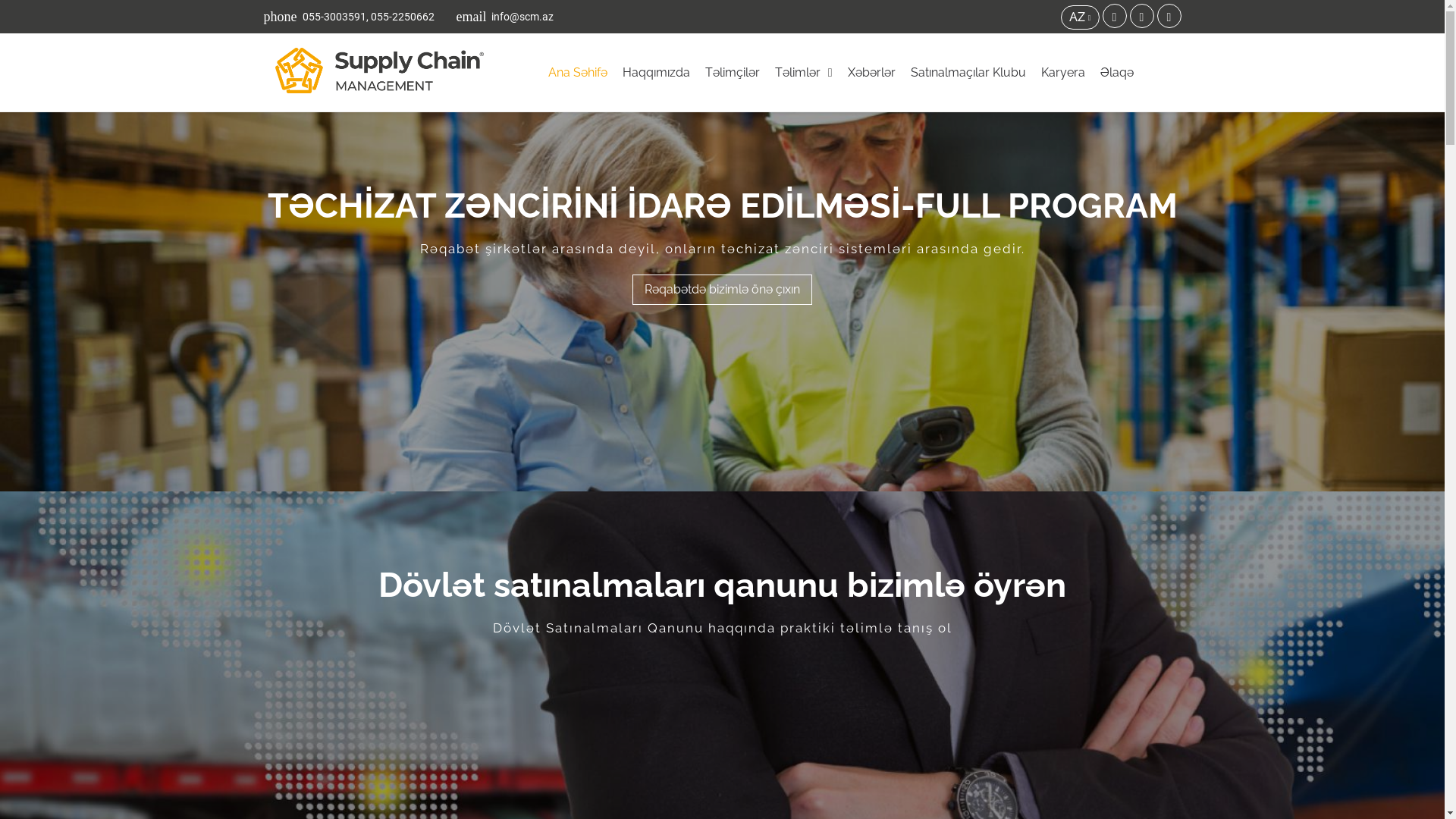 This screenshot has height=819, width=1456. What do you see at coordinates (1062, 73) in the screenshot?
I see `'Karyera'` at bounding box center [1062, 73].